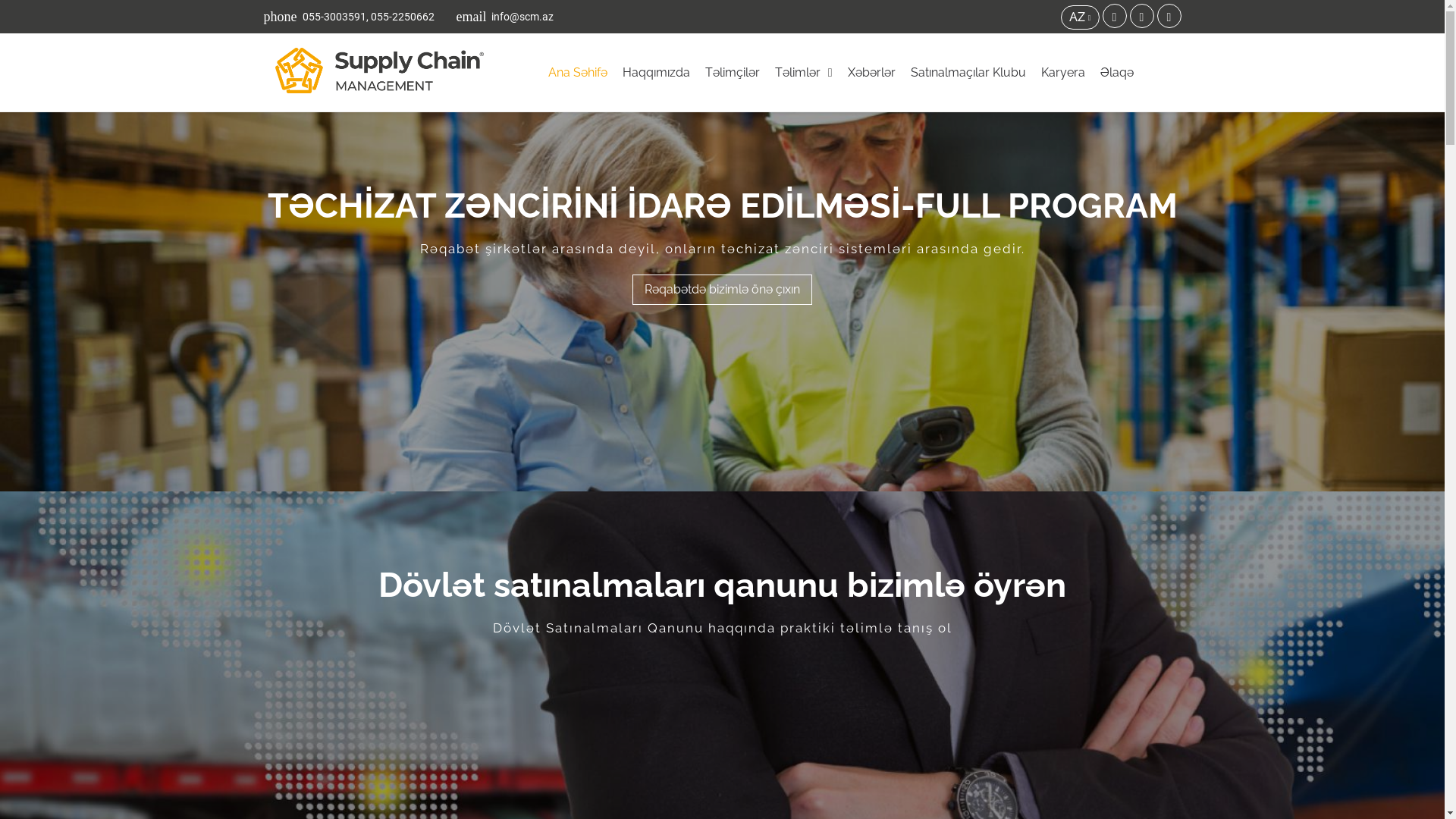 This screenshot has height=819, width=1456. What do you see at coordinates (1062, 73) in the screenshot?
I see `'Karyera'` at bounding box center [1062, 73].